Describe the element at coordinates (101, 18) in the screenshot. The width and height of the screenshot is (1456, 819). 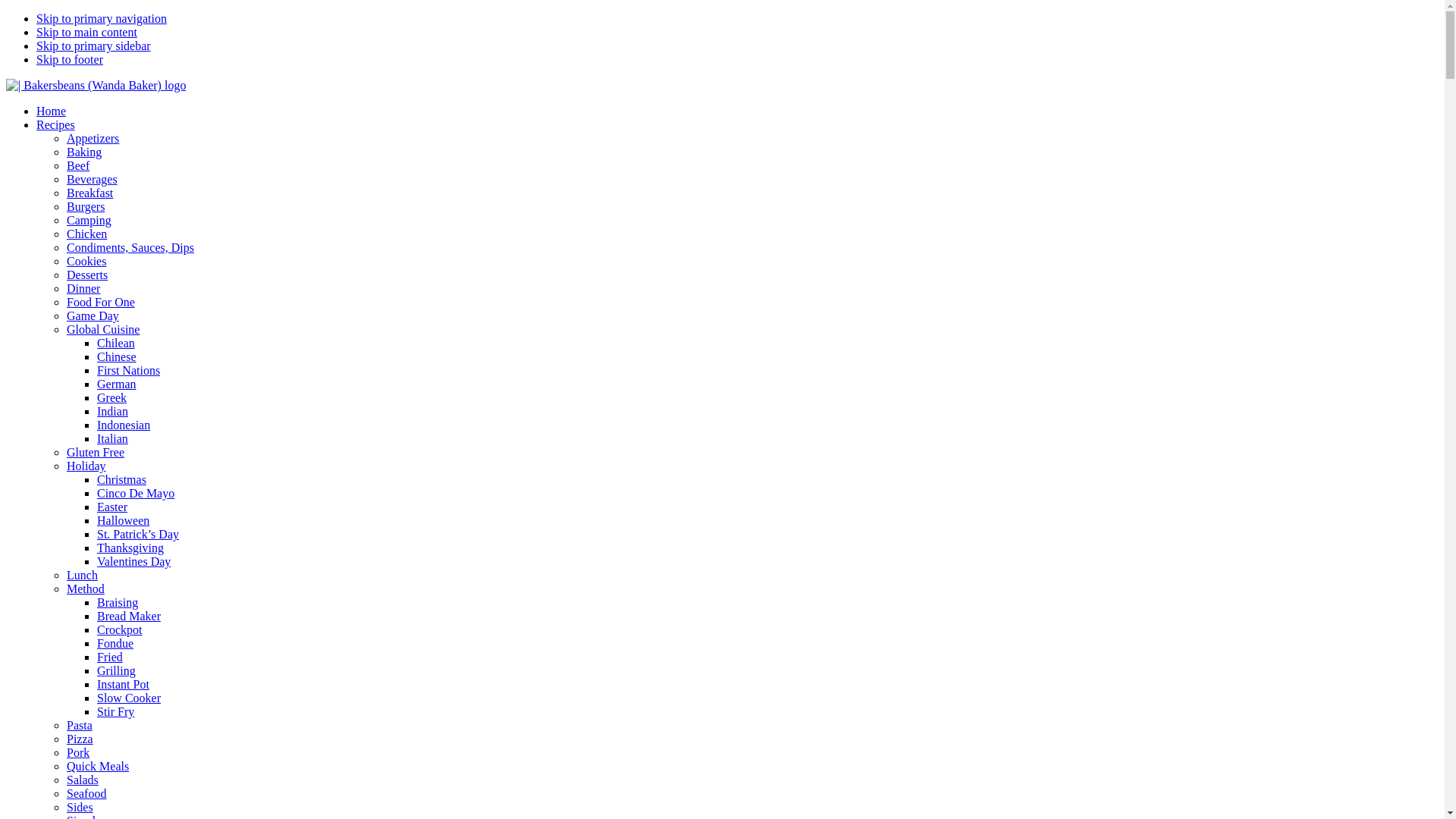
I see `'Skip to primary navigation'` at that location.